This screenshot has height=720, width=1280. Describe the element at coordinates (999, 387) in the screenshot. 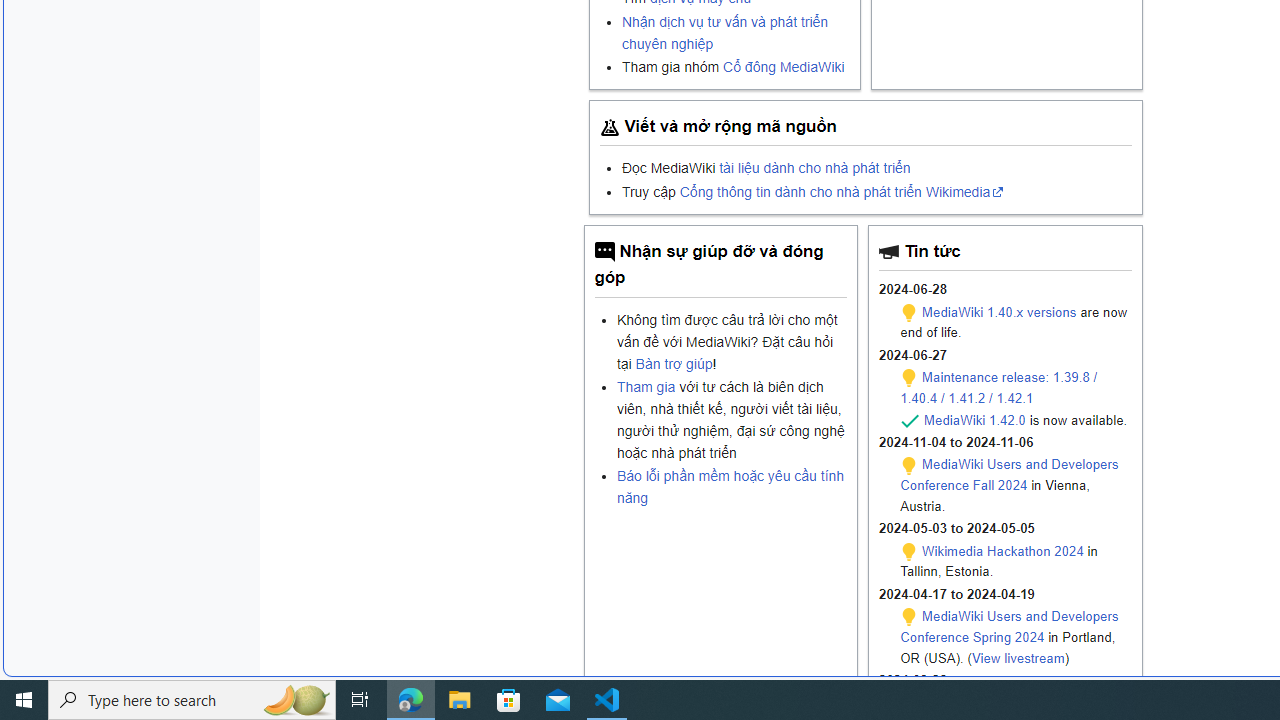

I see `'Maintenance release: 1.39.8 / 1.40.4 / 1.41.2 / 1.42.1'` at that location.